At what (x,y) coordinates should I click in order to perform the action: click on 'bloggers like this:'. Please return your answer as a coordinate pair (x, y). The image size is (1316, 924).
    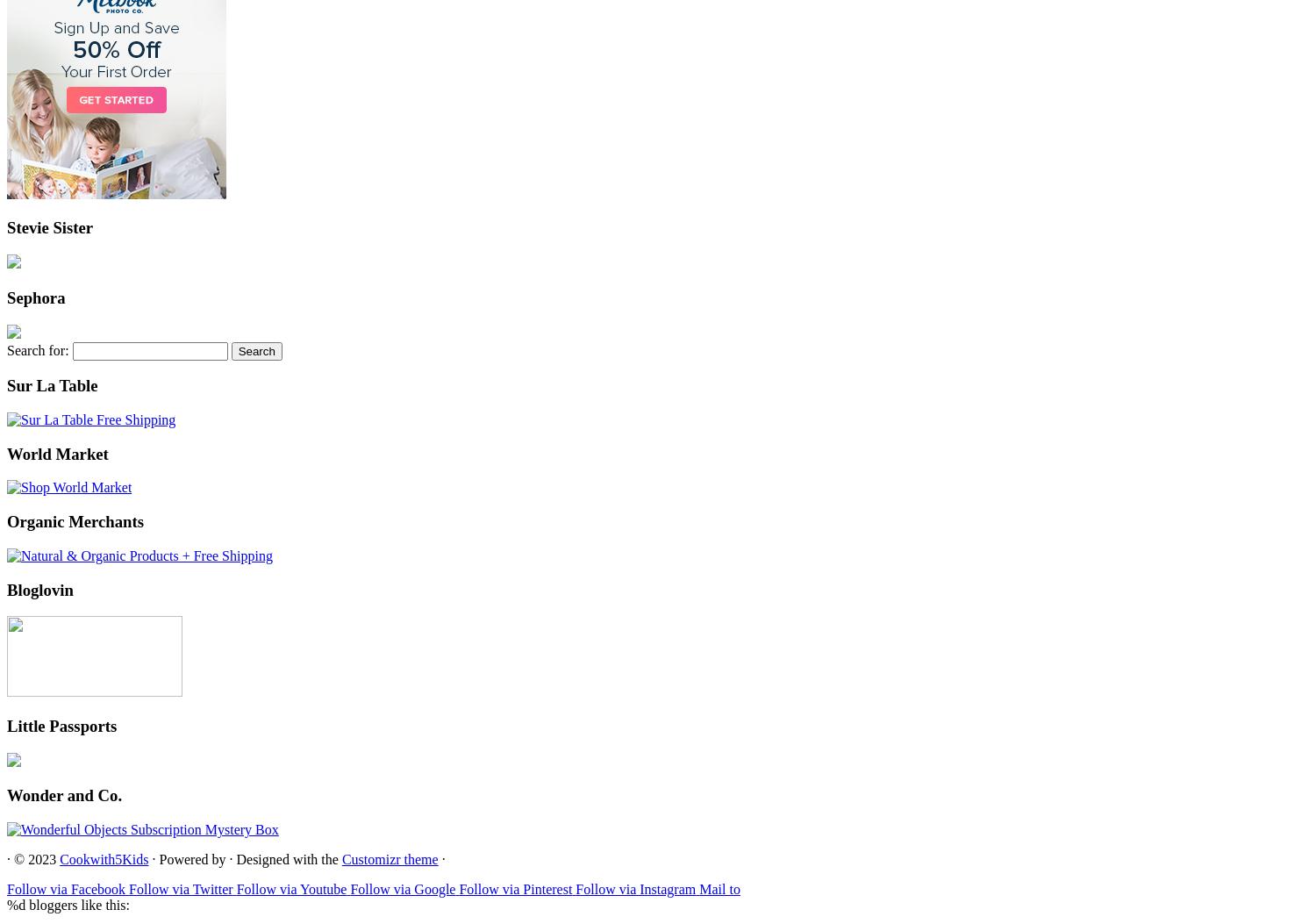
    Looking at the image, I should click on (76, 904).